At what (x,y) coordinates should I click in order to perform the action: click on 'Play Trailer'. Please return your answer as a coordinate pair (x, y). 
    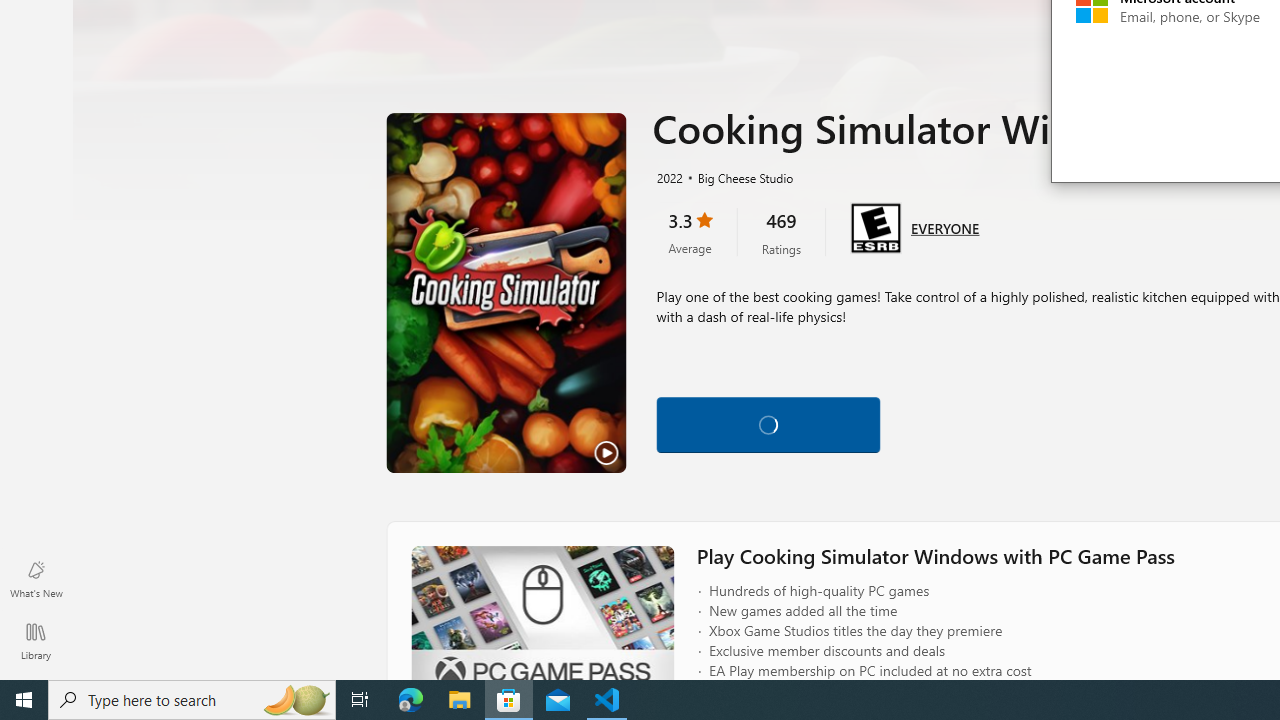
    Looking at the image, I should click on (506, 293).